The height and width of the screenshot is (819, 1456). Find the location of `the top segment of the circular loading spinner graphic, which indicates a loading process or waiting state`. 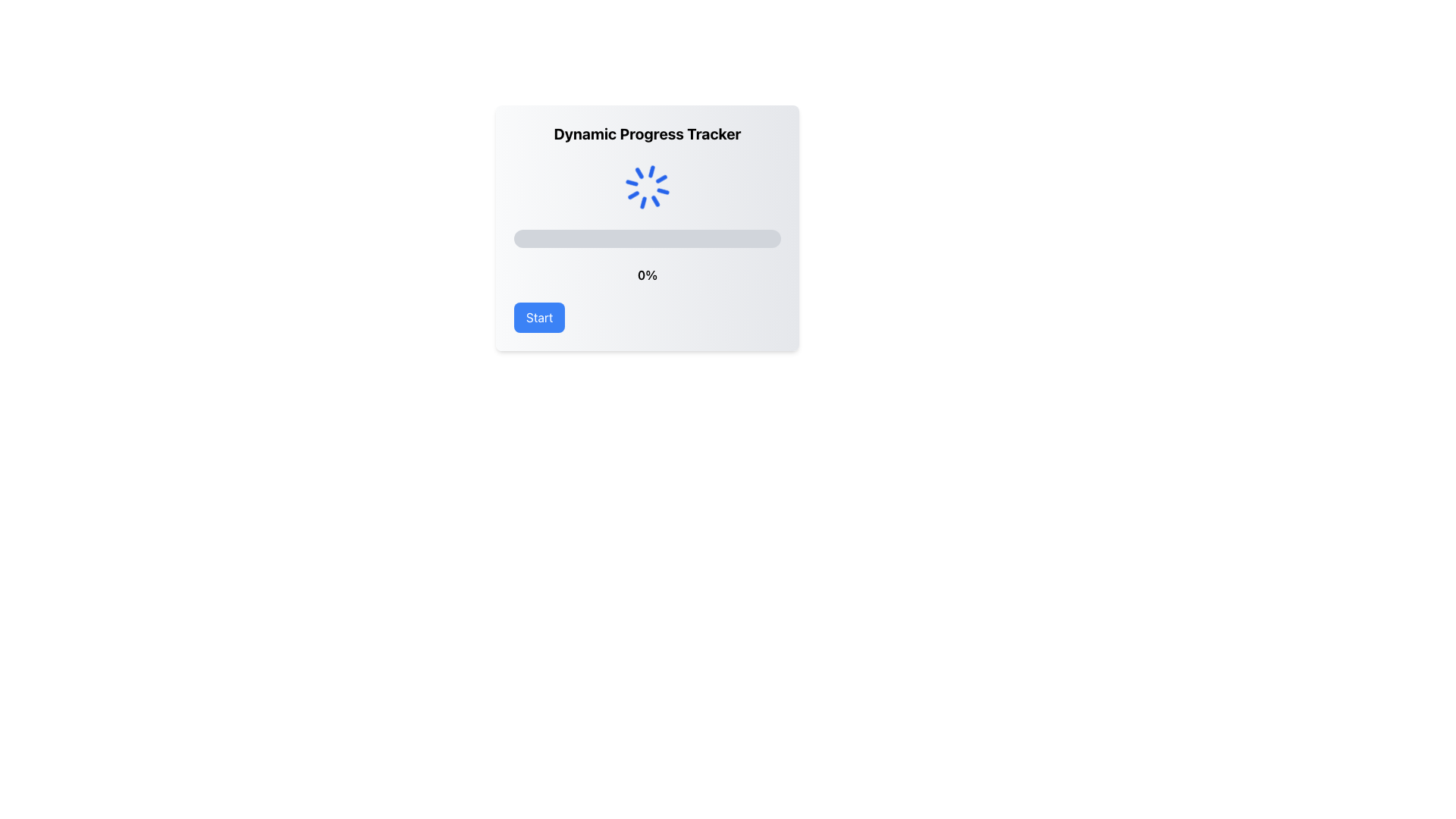

the top segment of the circular loading spinner graphic, which indicates a loading process or waiting state is located at coordinates (652, 202).